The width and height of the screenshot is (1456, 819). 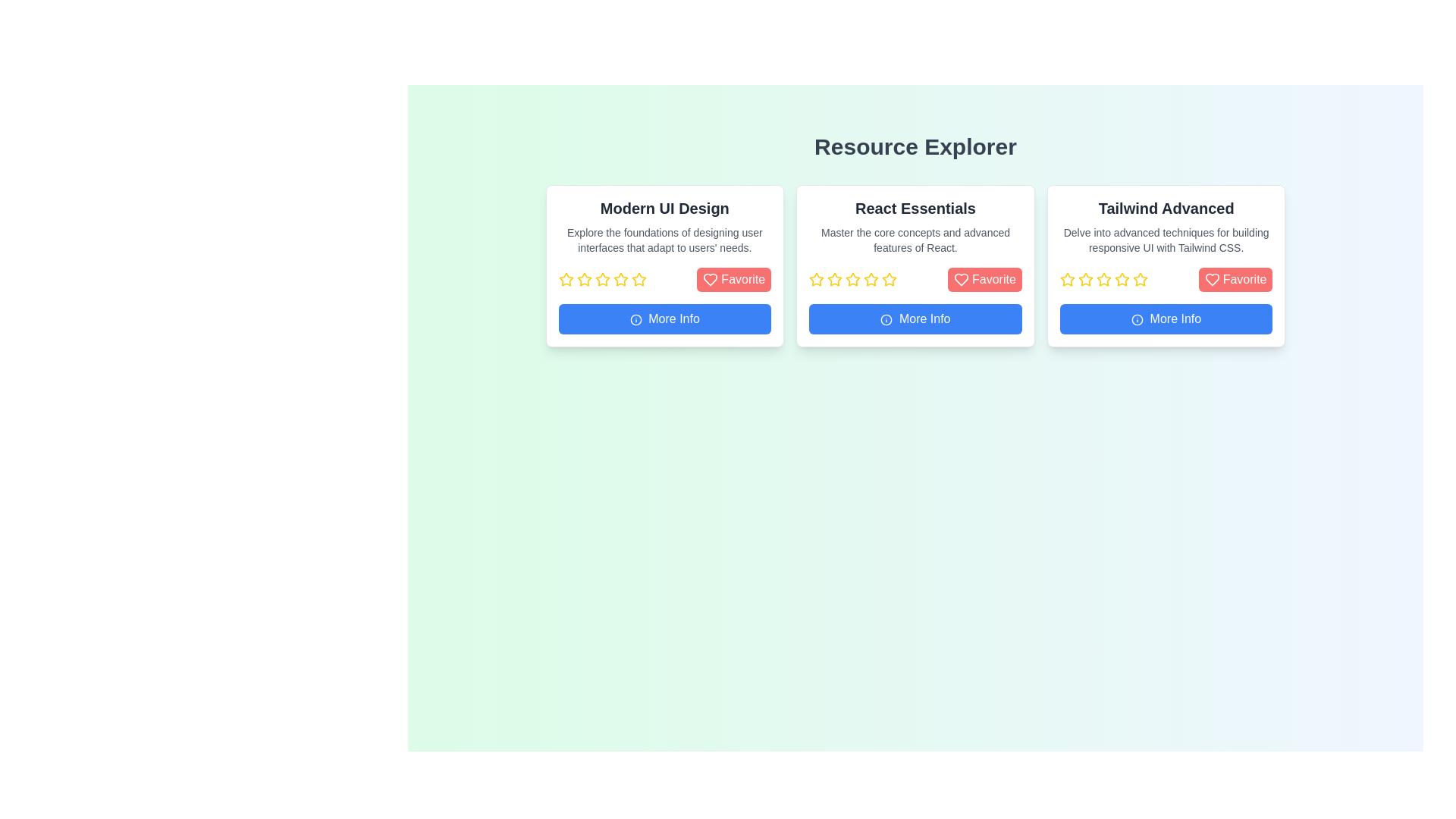 I want to click on the first yellow star-shaped rating icon outlined in black, which is associated with the 'Modern UI Design' section to rate, so click(x=565, y=280).